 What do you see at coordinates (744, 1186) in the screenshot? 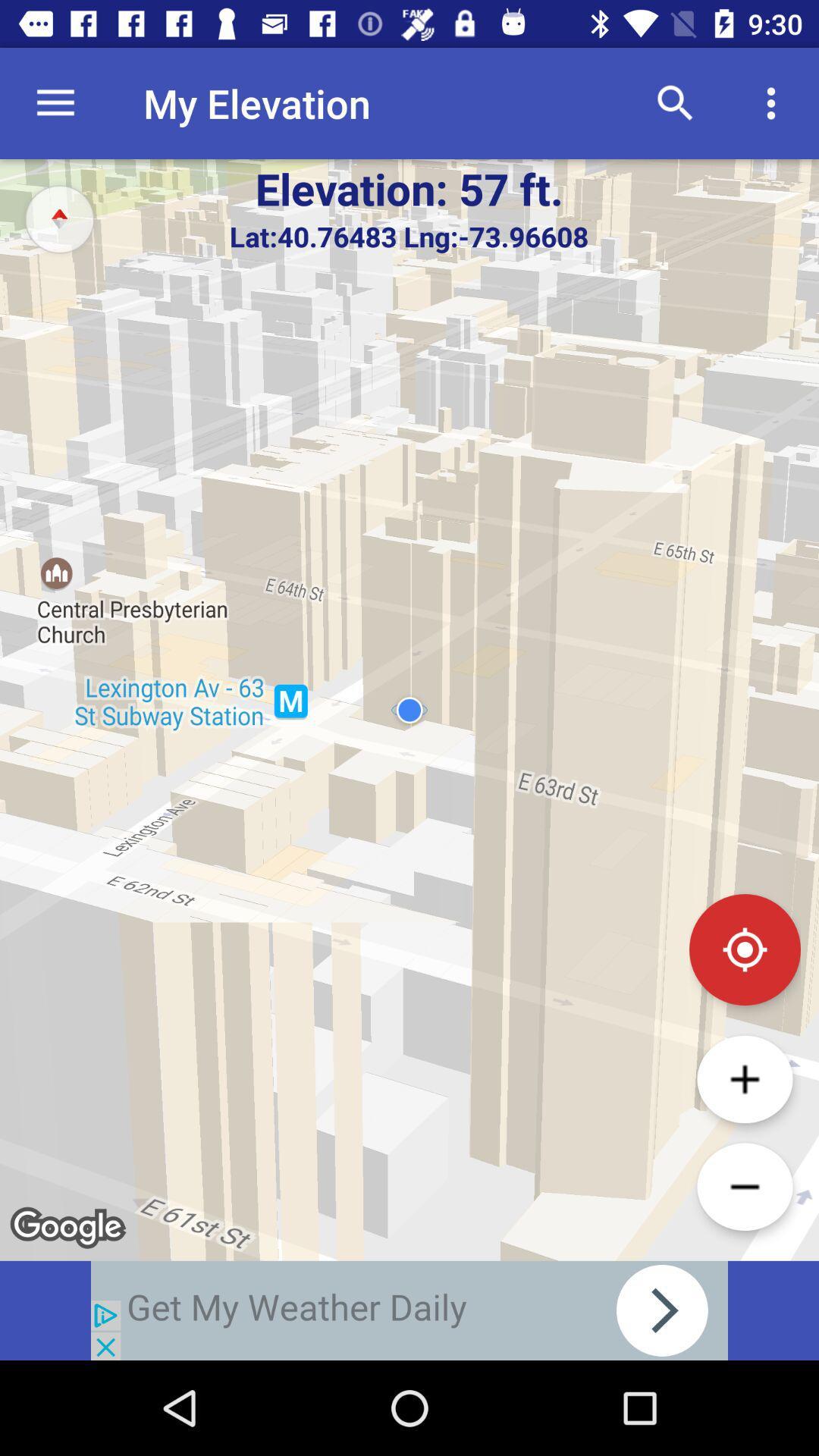
I see `the zoom_out icon` at bounding box center [744, 1186].